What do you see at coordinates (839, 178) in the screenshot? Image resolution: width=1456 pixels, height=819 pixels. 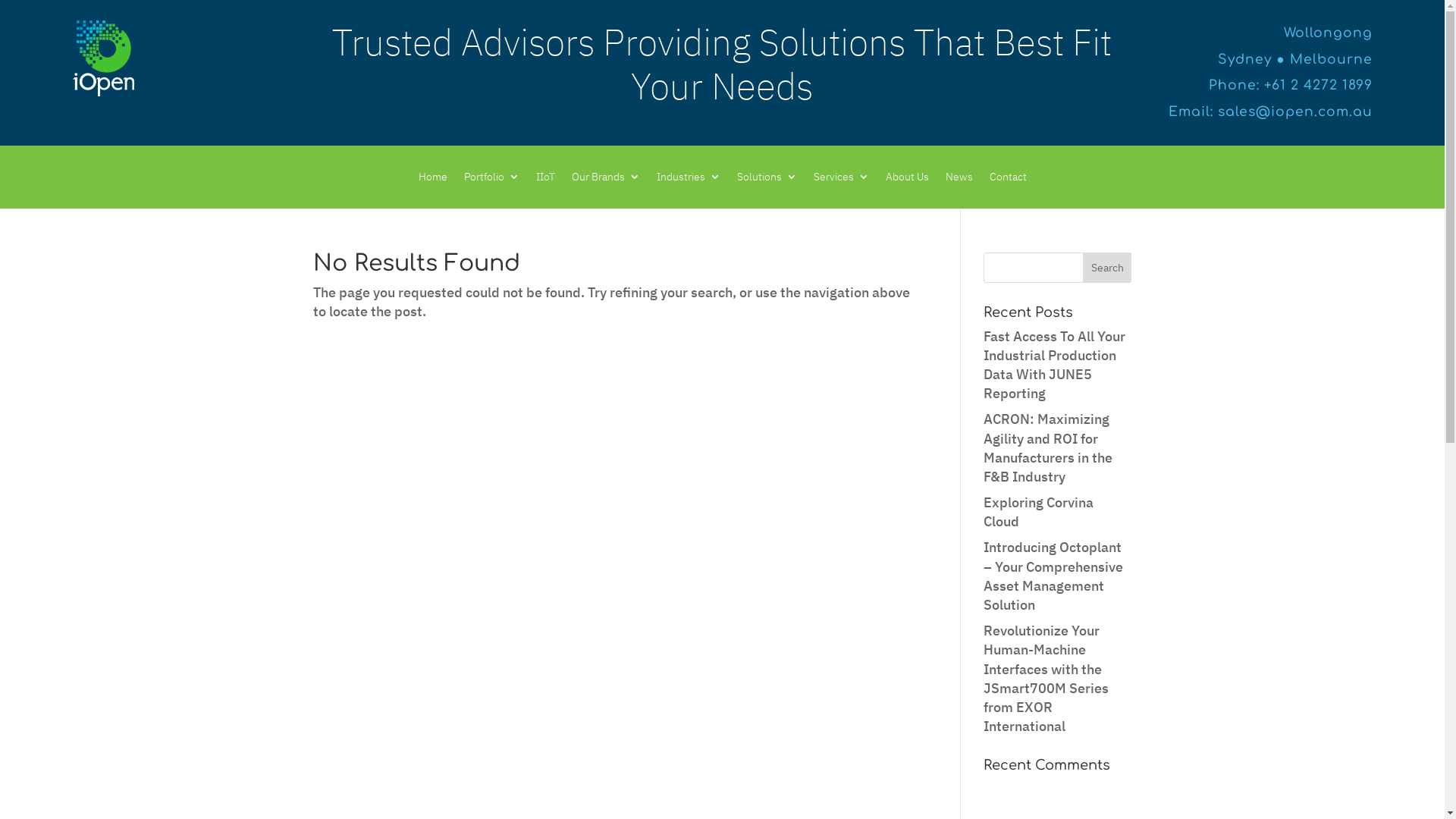 I see `'Services'` at bounding box center [839, 178].